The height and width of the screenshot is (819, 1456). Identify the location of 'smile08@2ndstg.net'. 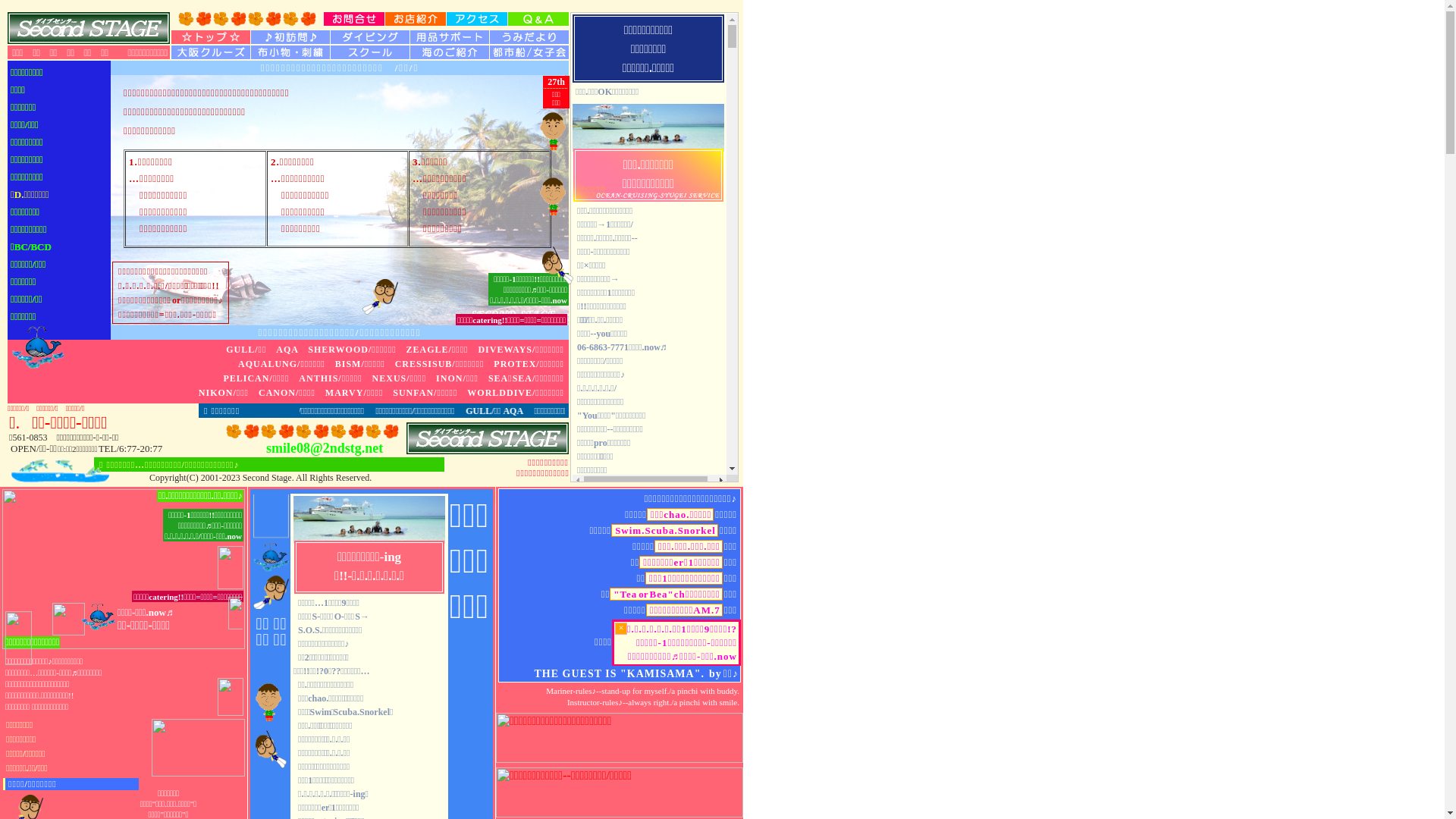
(323, 447).